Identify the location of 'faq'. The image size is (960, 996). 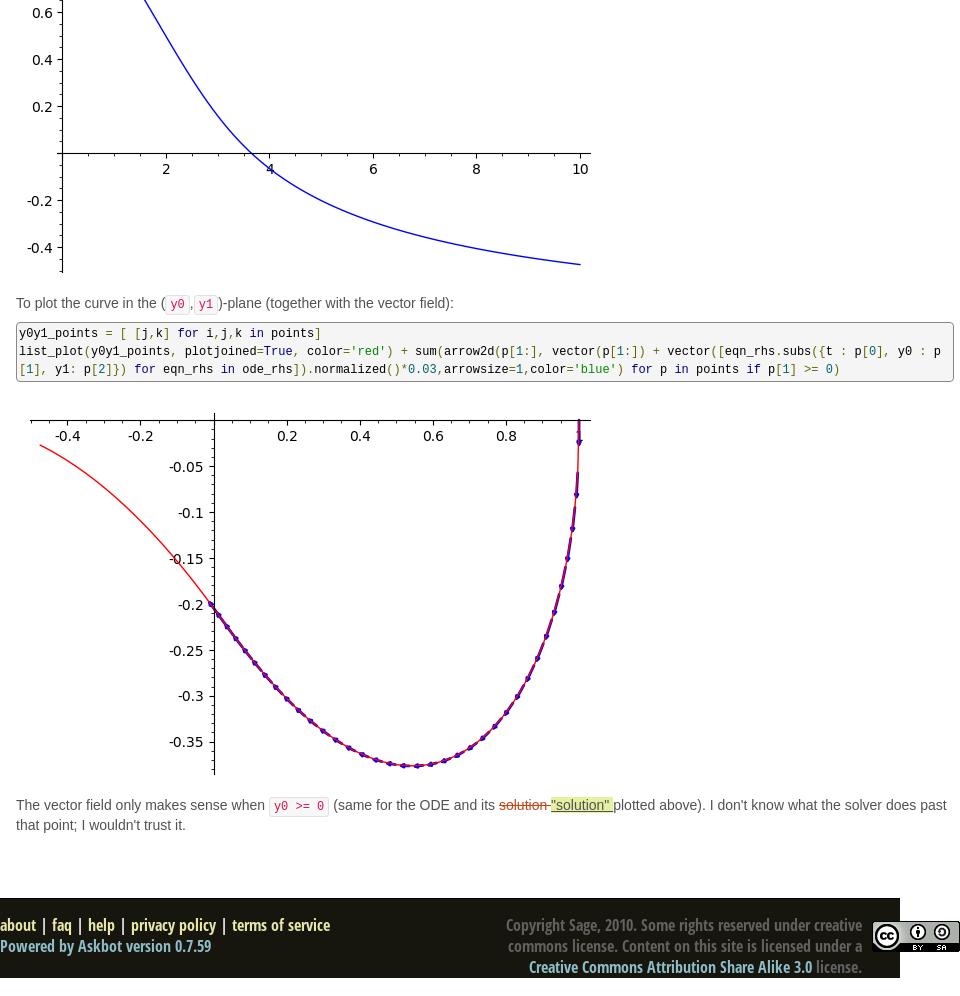
(51, 924).